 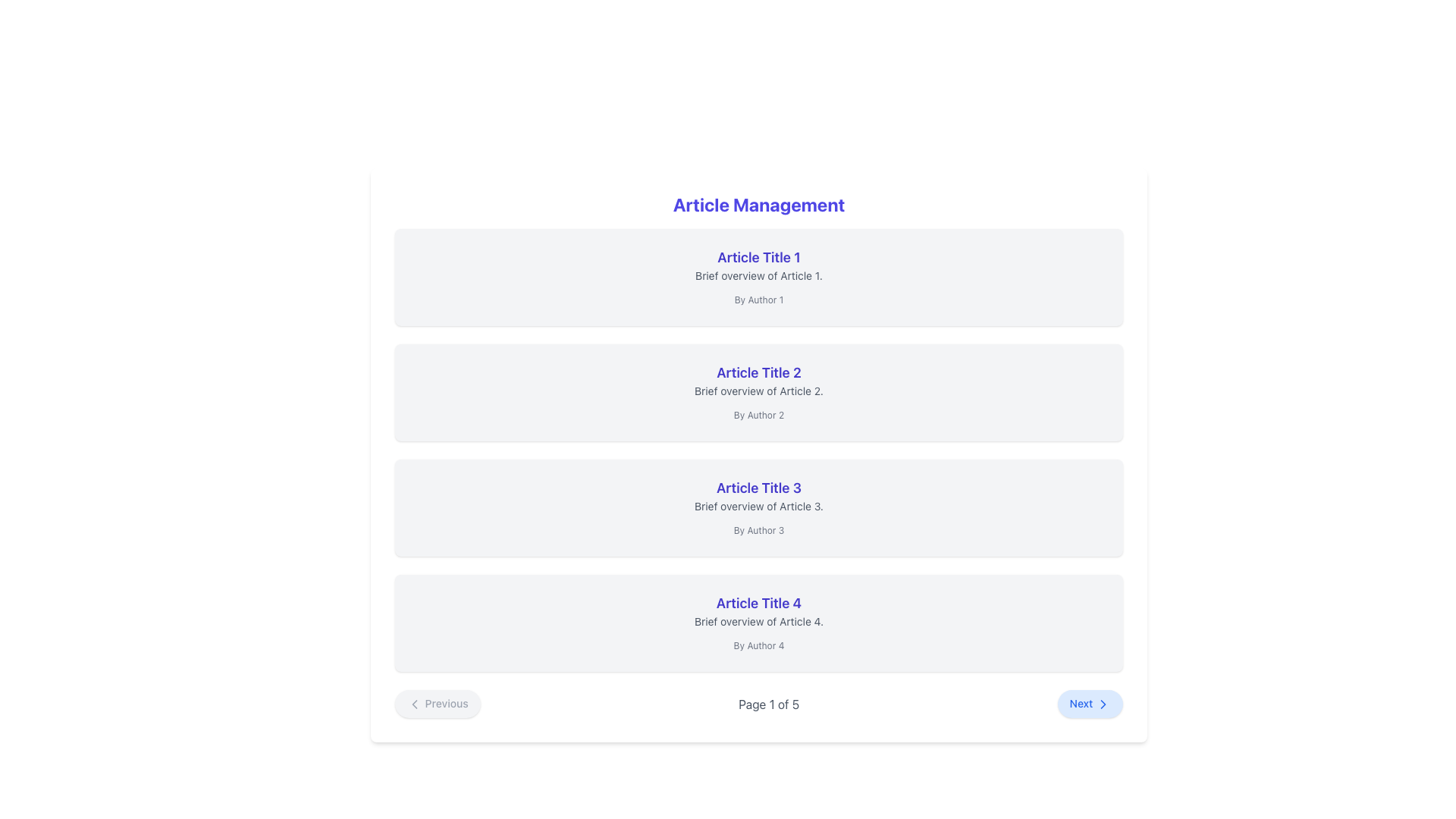 I want to click on the static text element indicating the author of 'Article Title 2', which is located below the article's brief overview text, so click(x=759, y=415).